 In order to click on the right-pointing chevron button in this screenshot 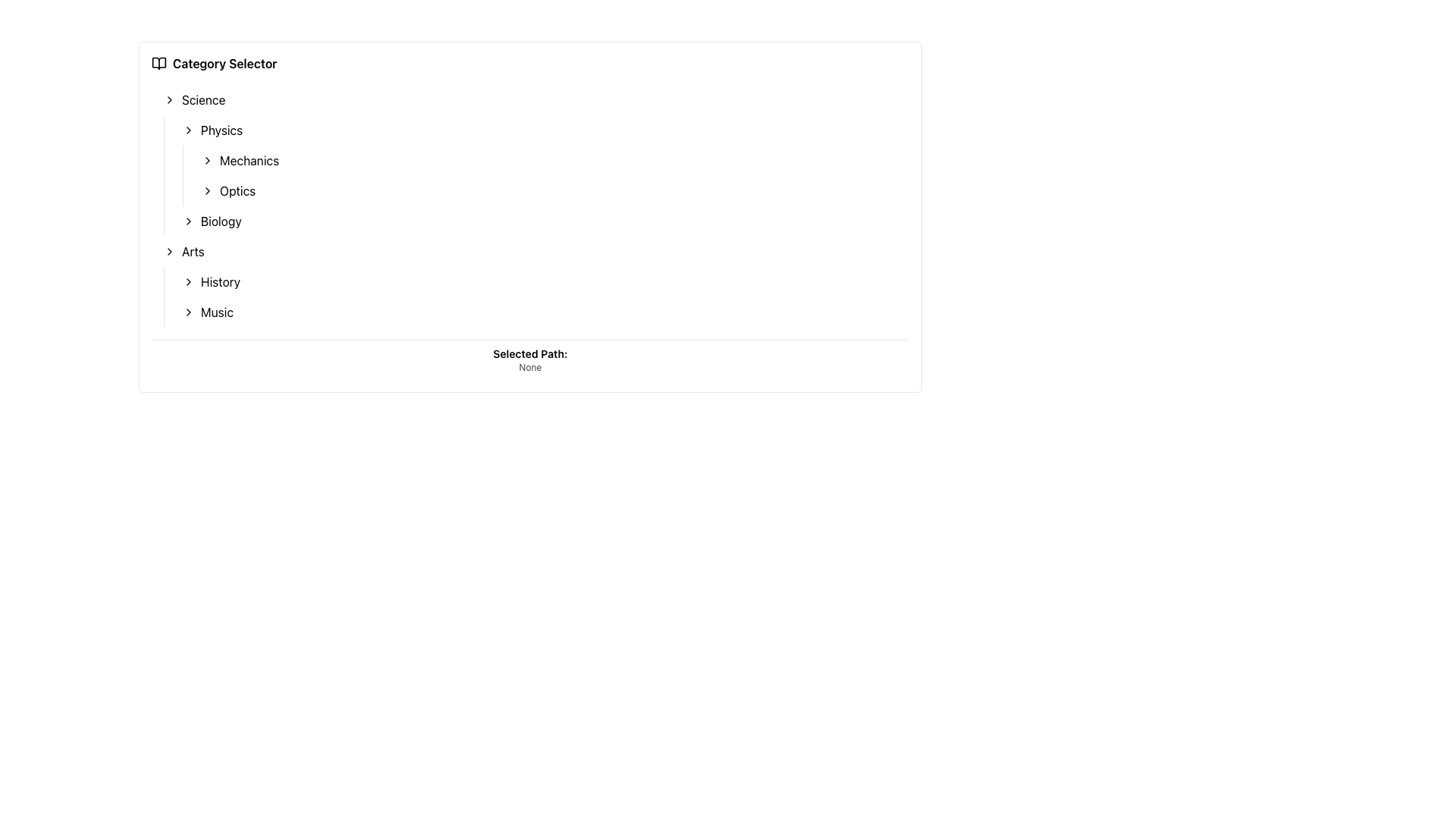, I will do `click(188, 130)`.